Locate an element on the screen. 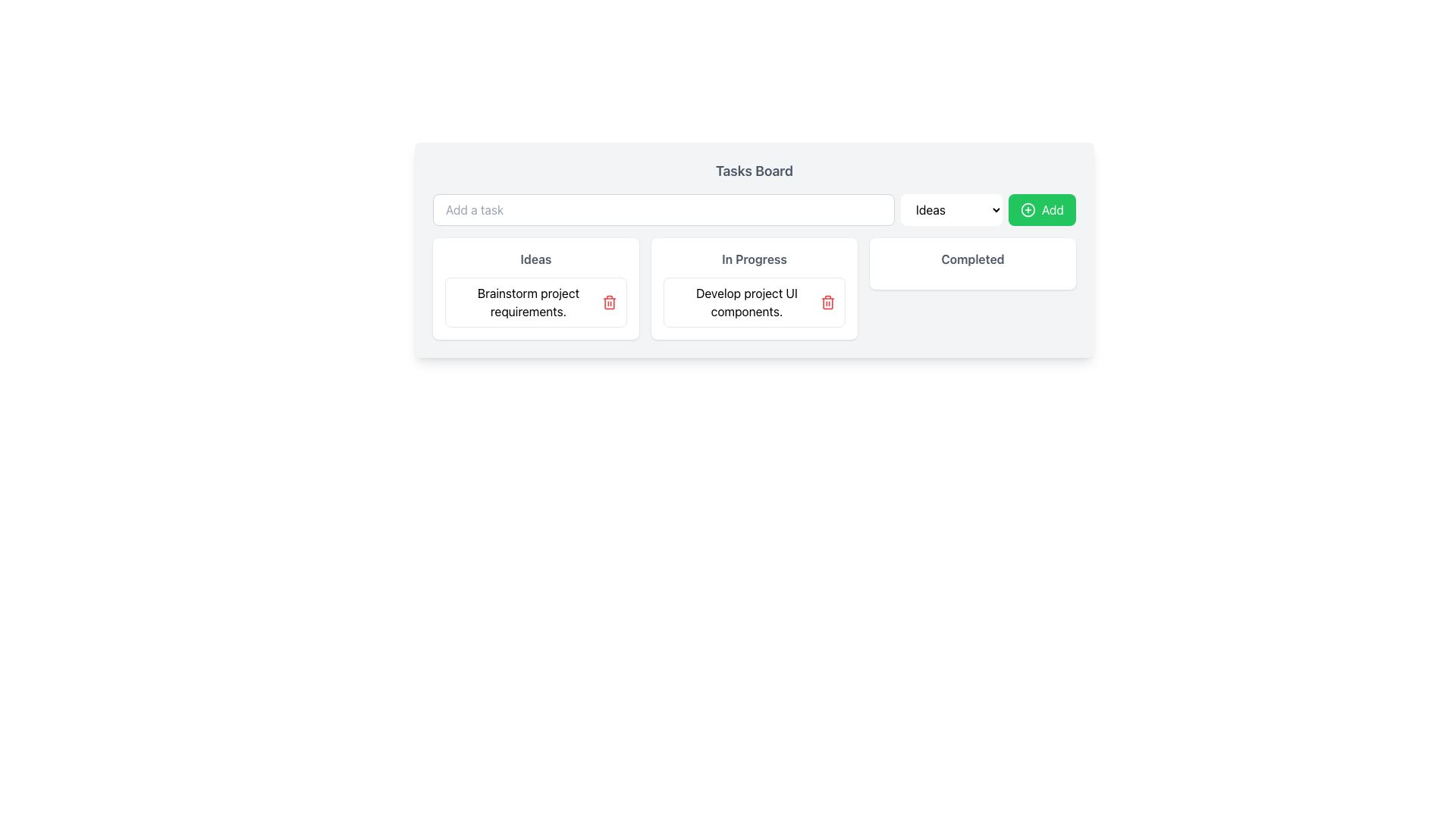 This screenshot has width=1456, height=819. the task card in the 'Ideas' category on the task board is located at coordinates (528, 302).